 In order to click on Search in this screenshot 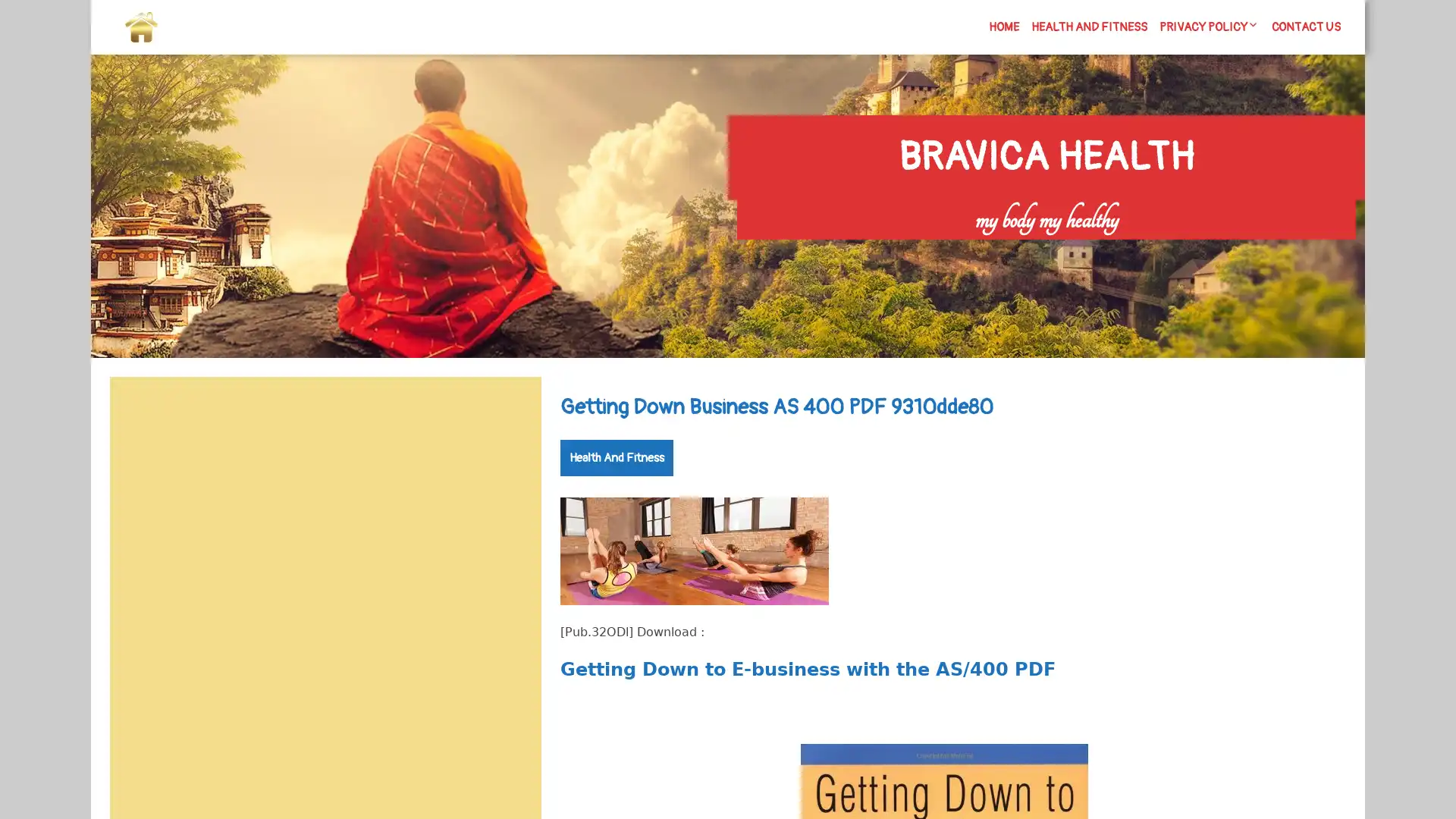, I will do `click(1181, 248)`.